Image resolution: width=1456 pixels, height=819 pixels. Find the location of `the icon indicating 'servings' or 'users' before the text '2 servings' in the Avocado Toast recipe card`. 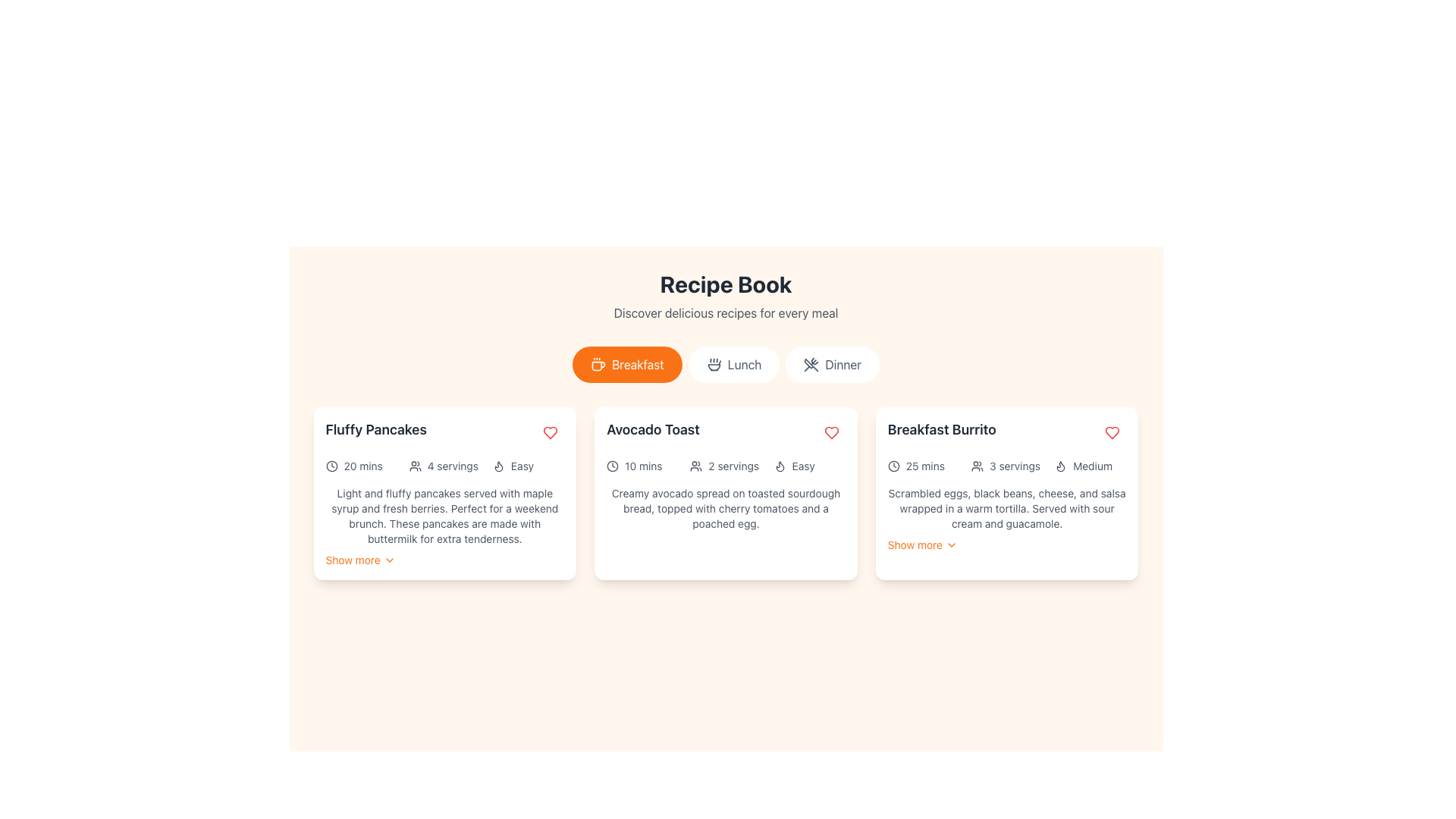

the icon indicating 'servings' or 'users' before the text '2 servings' in the Avocado Toast recipe card is located at coordinates (695, 465).